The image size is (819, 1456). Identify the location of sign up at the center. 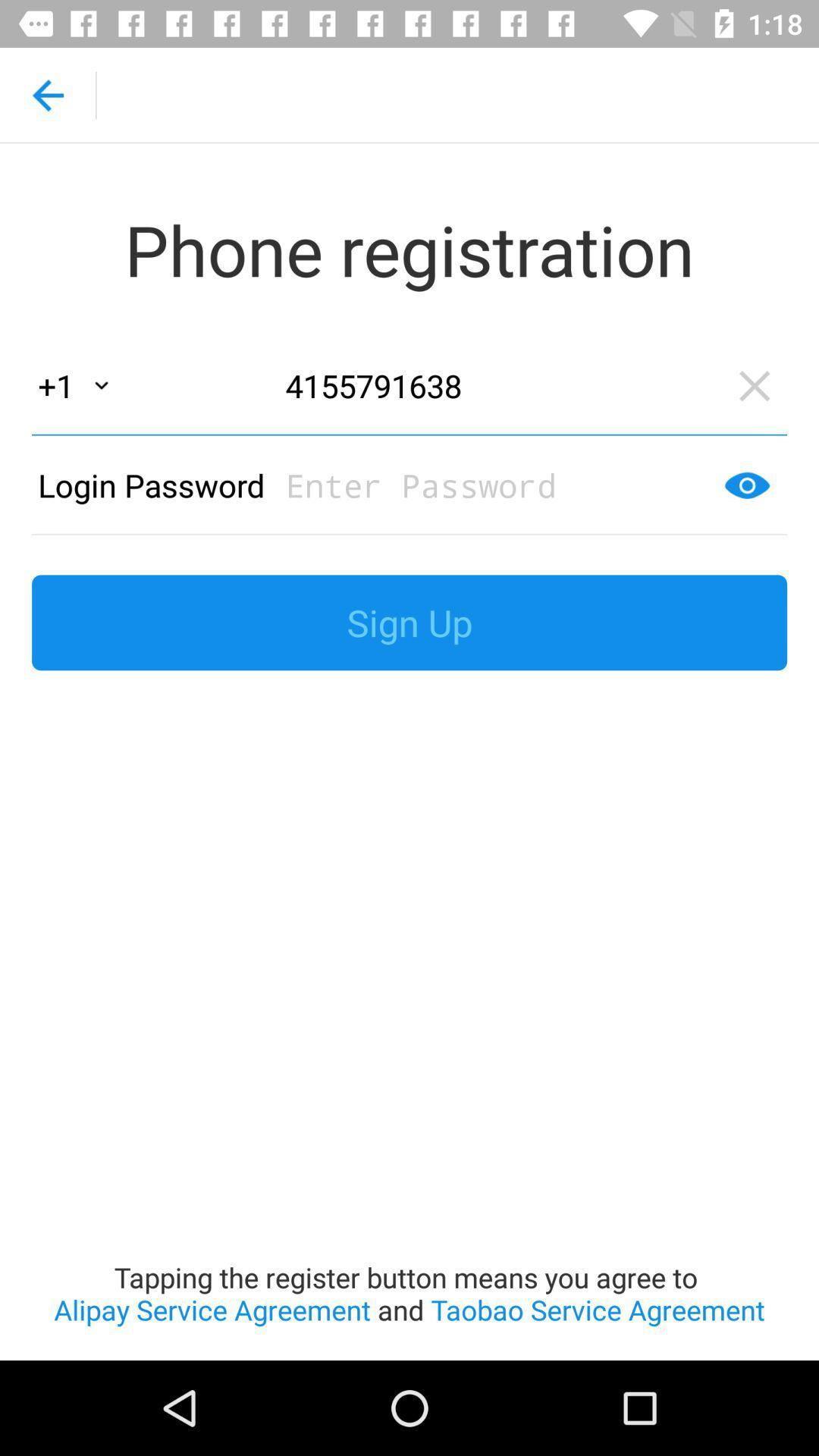
(409, 623).